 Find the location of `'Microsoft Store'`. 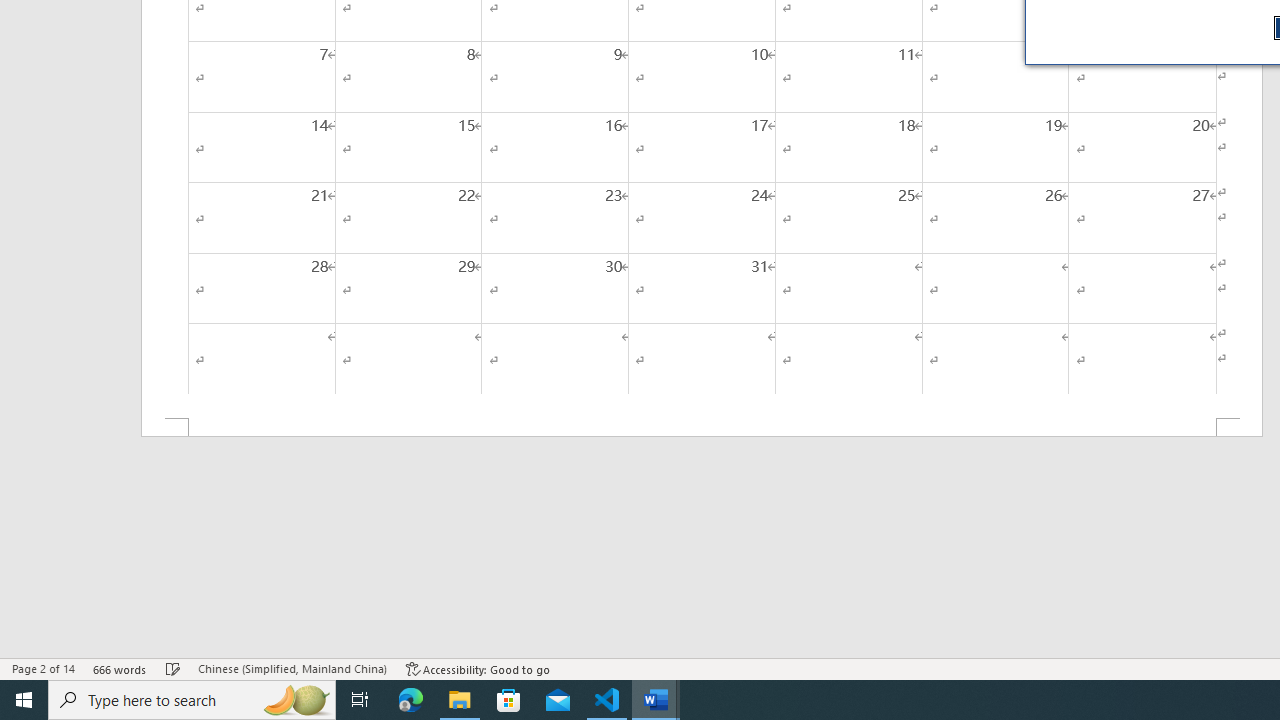

'Microsoft Store' is located at coordinates (509, 698).